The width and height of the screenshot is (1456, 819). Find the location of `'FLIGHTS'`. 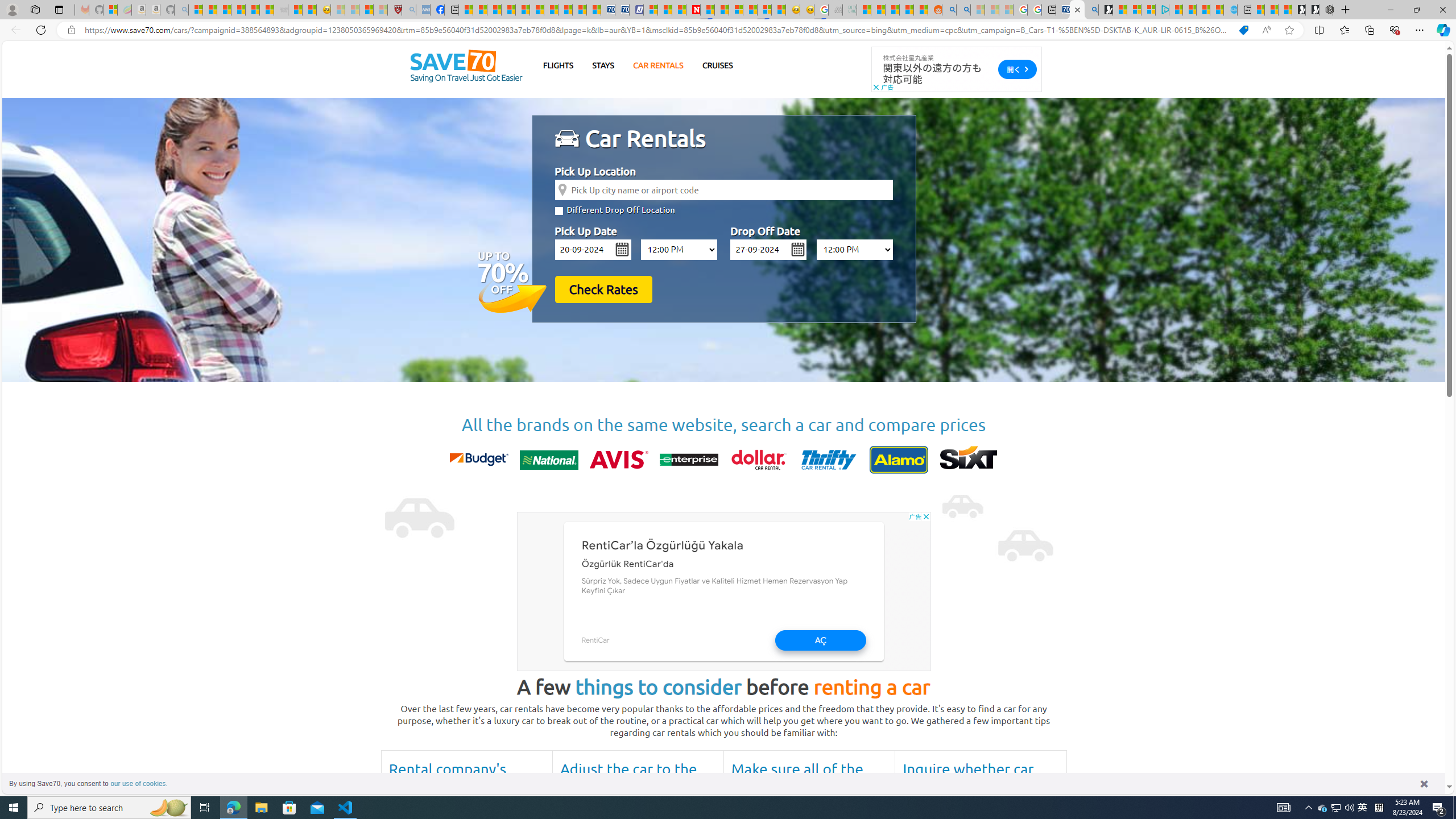

'FLIGHTS' is located at coordinates (558, 65).